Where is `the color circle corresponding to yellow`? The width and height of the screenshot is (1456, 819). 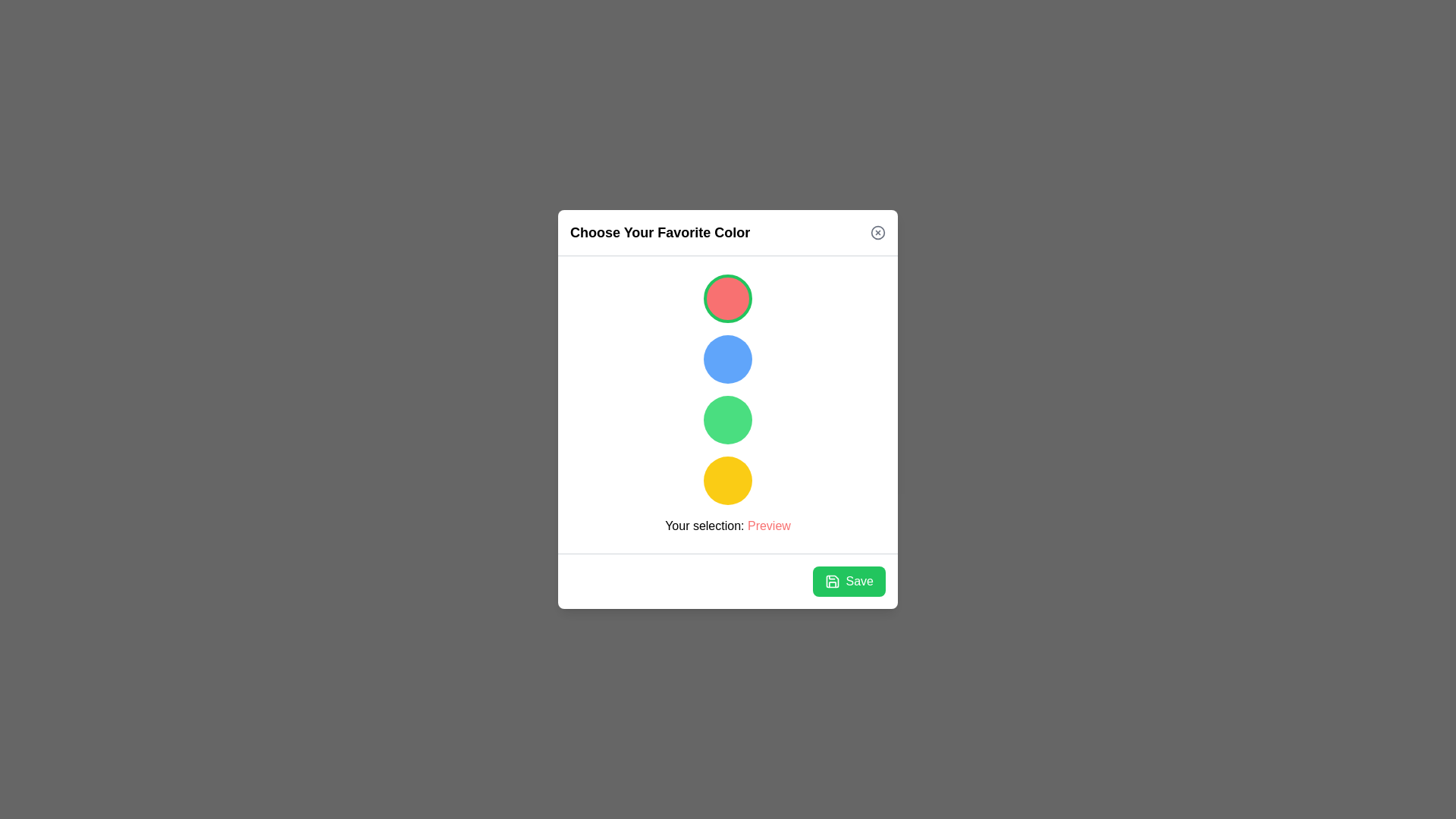 the color circle corresponding to yellow is located at coordinates (728, 480).